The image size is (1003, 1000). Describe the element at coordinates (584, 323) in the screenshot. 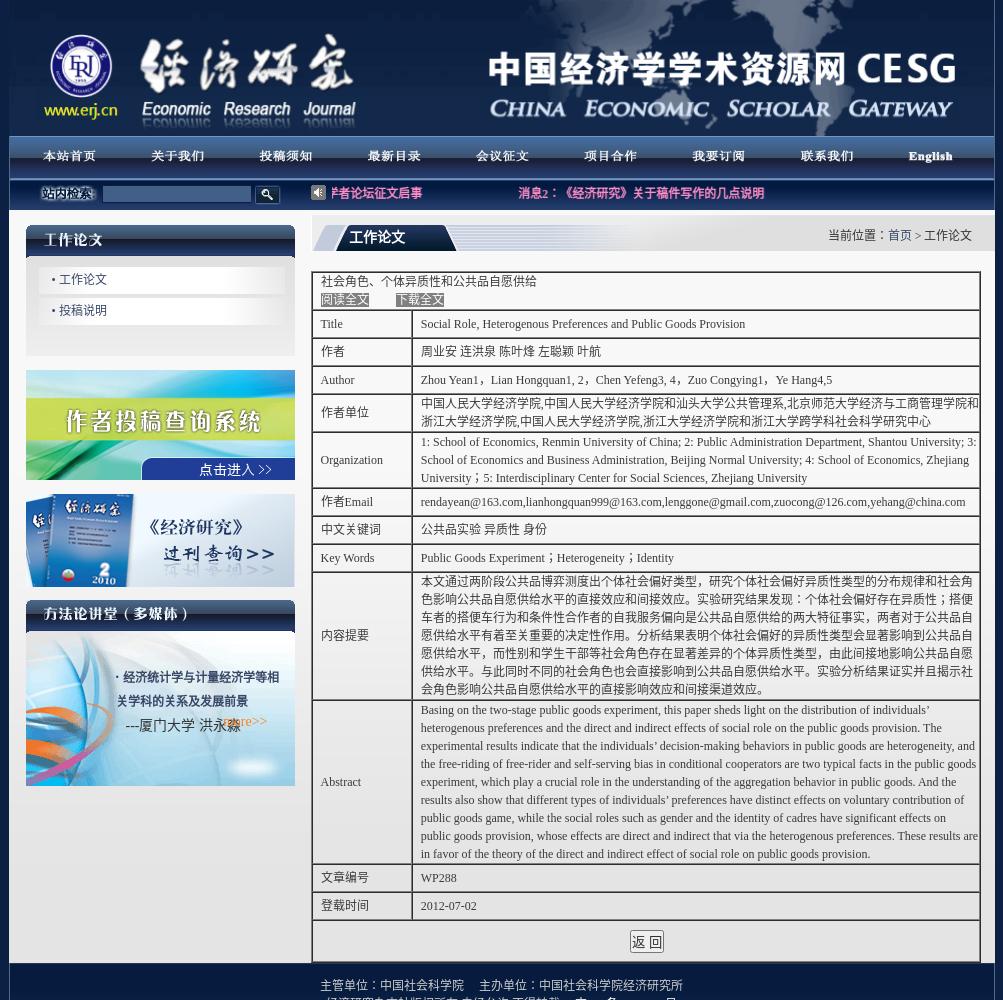

I see `'Social Role, Heterogenous Preferences and Public Goods Provision'` at that location.